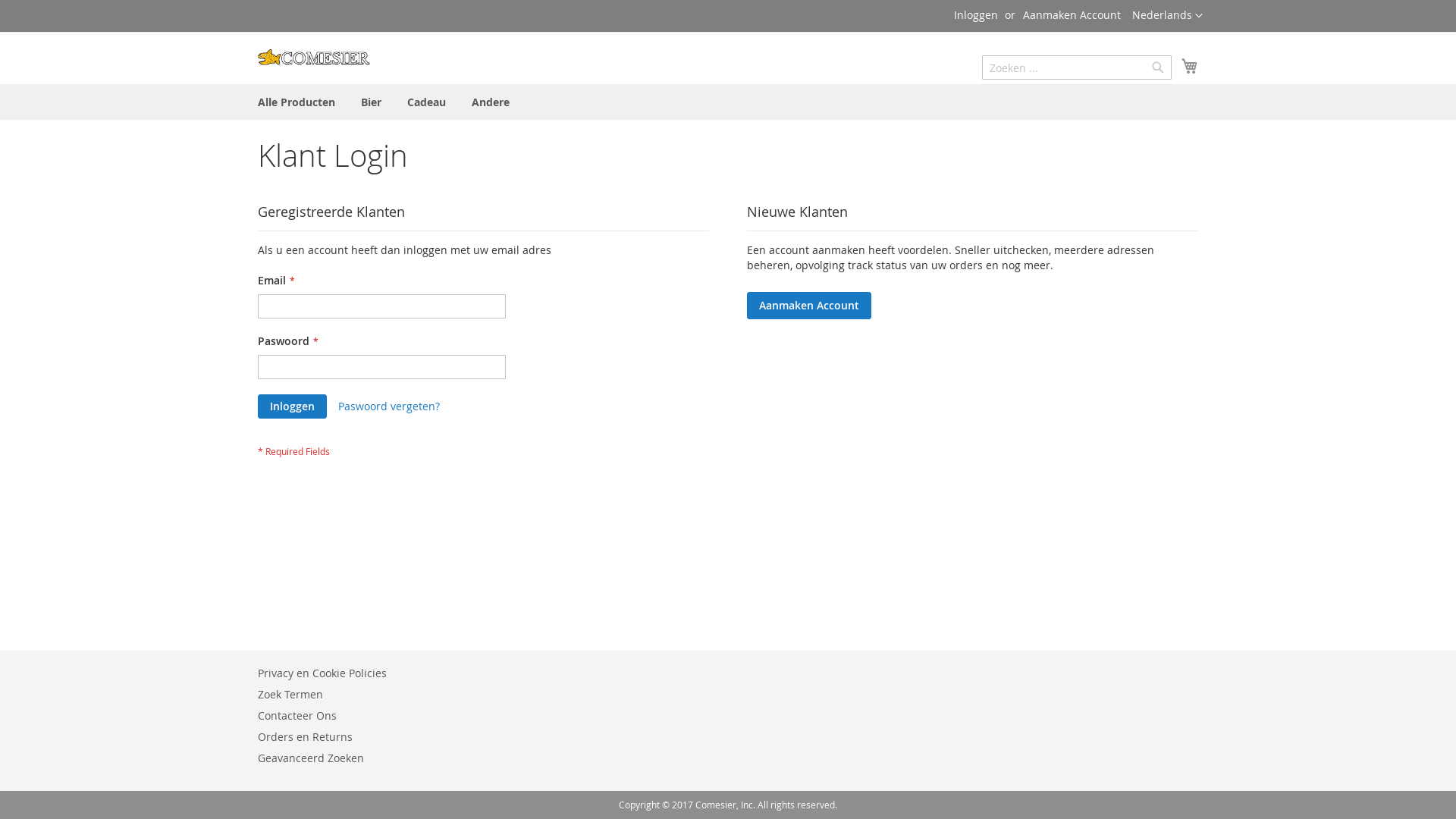 The height and width of the screenshot is (819, 1456). I want to click on 'Inloggen', so click(258, 406).